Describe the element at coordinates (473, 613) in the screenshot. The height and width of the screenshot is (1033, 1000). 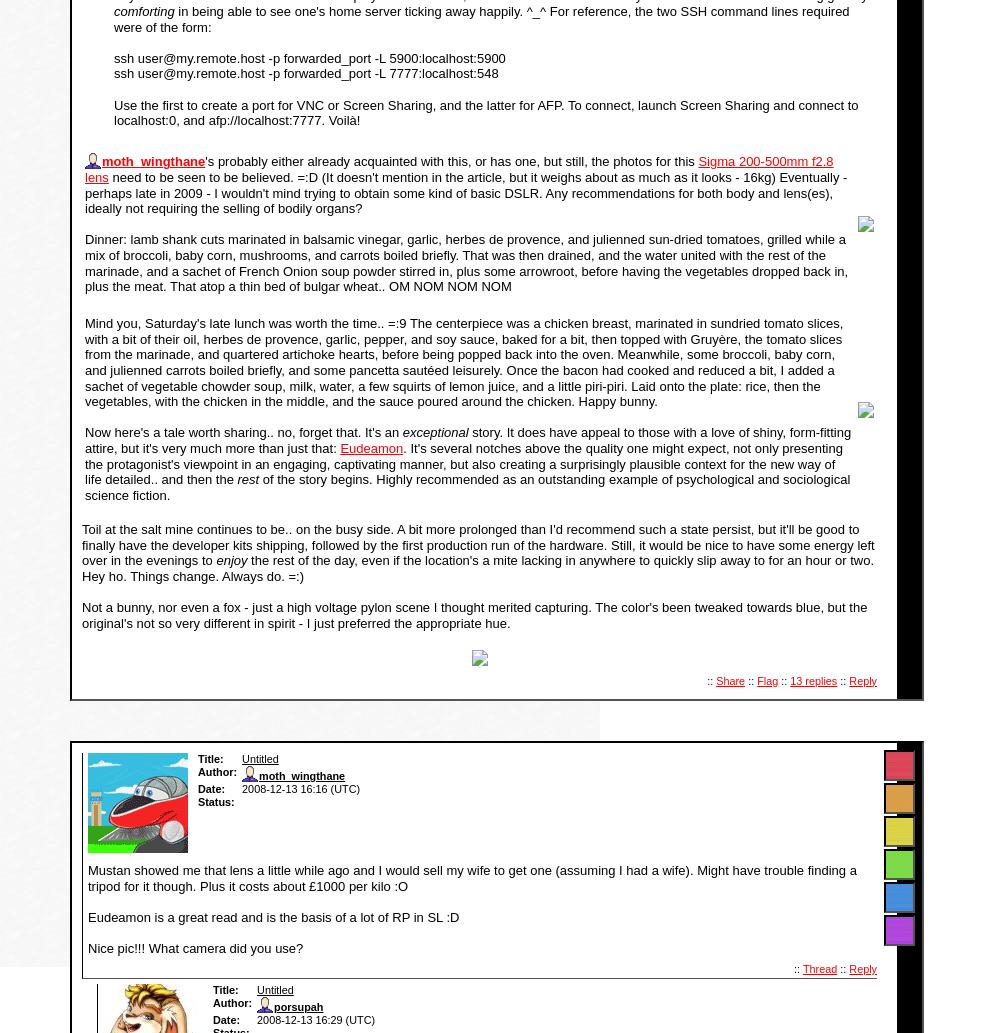
I see `'Not a bunny, nor even a fox - just a high voltage pylon scene I thought merited capturing. The color's been tweaked towards blue, but the original's not so very different in spirit - I just preferred the appropriate hue.'` at that location.